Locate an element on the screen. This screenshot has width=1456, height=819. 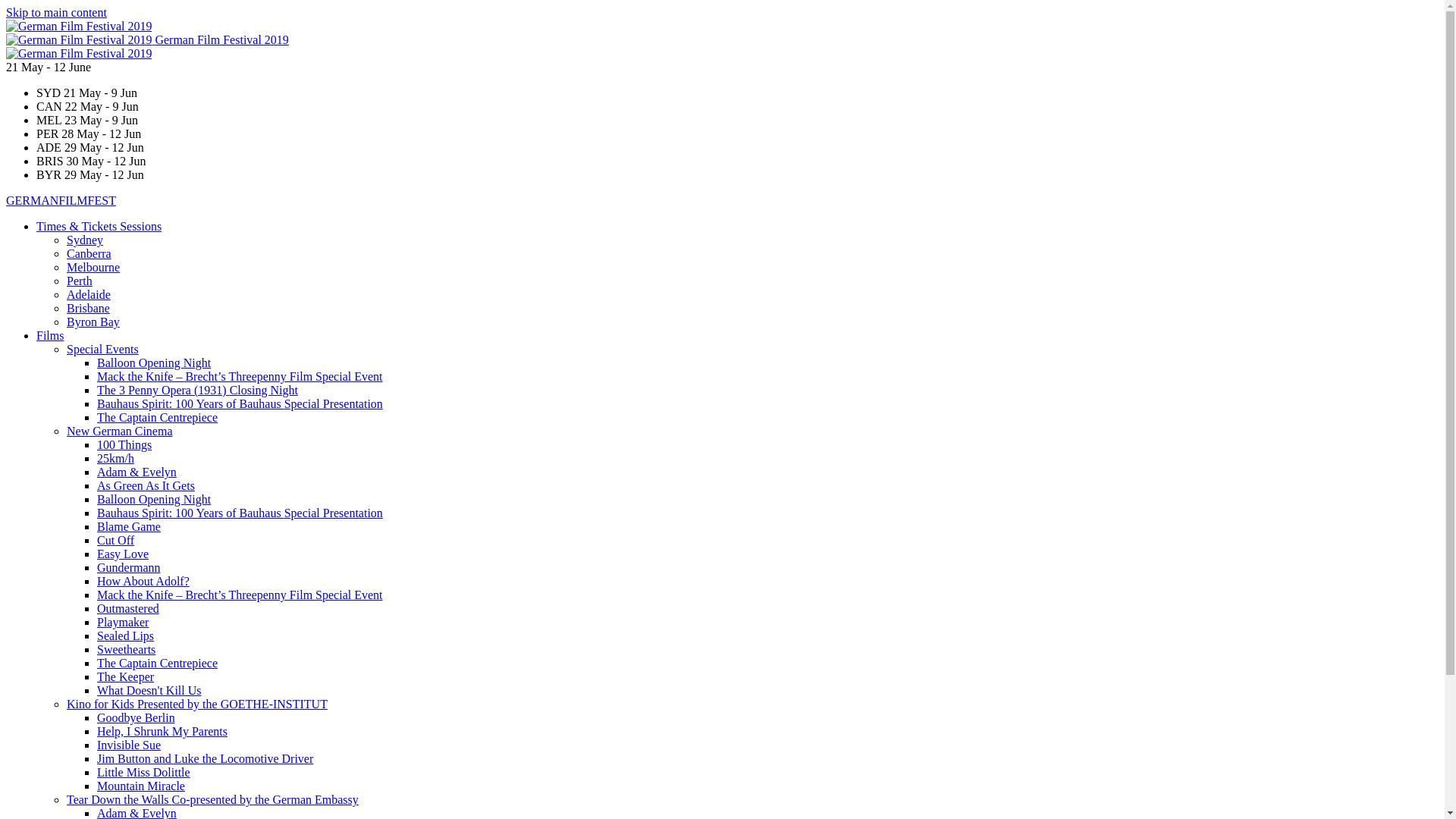
'New German Cinema' is located at coordinates (119, 431).